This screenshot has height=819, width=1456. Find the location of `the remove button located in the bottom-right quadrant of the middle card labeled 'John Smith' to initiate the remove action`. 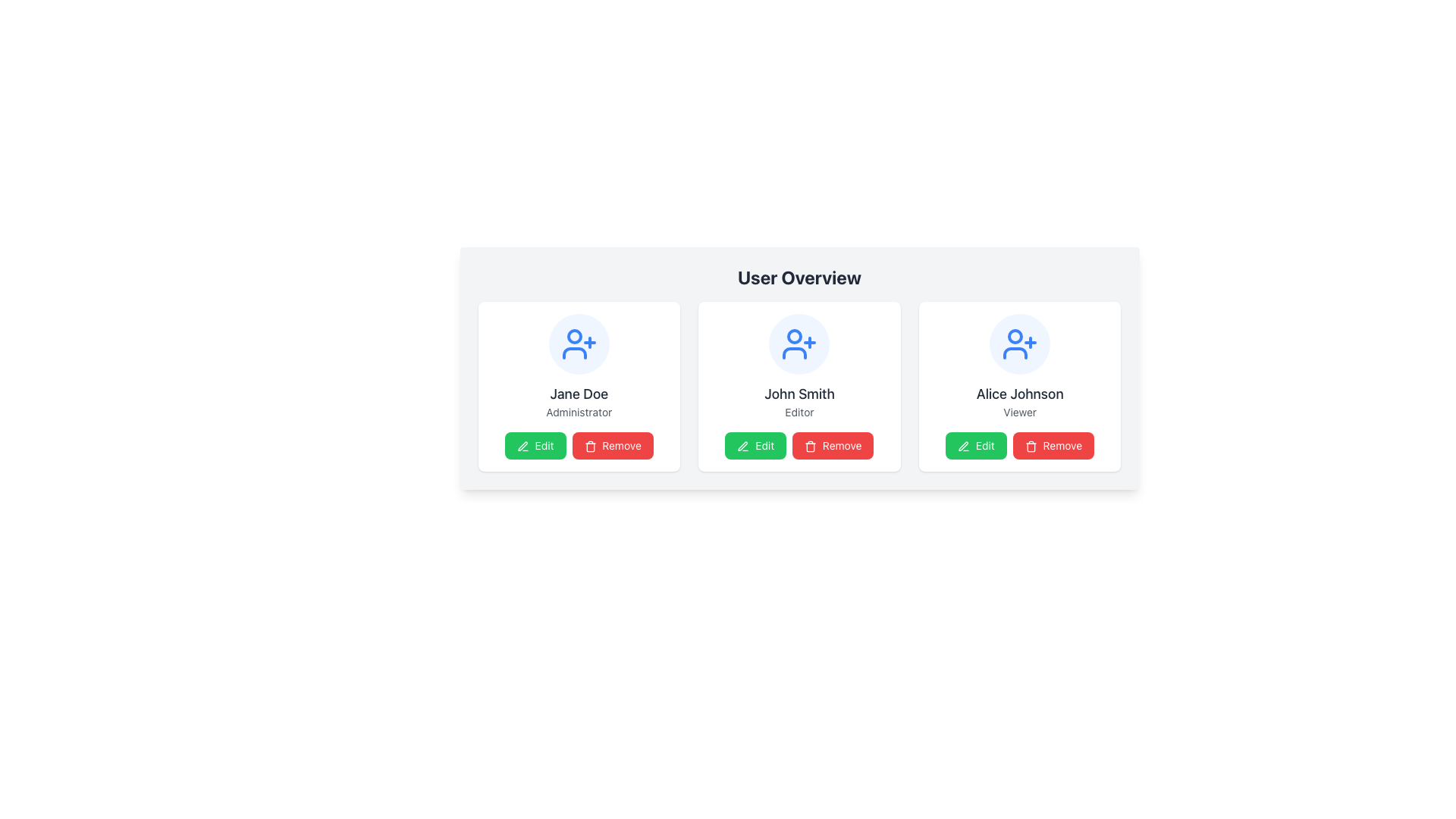

the remove button located in the bottom-right quadrant of the middle card labeled 'John Smith' to initiate the remove action is located at coordinates (832, 444).